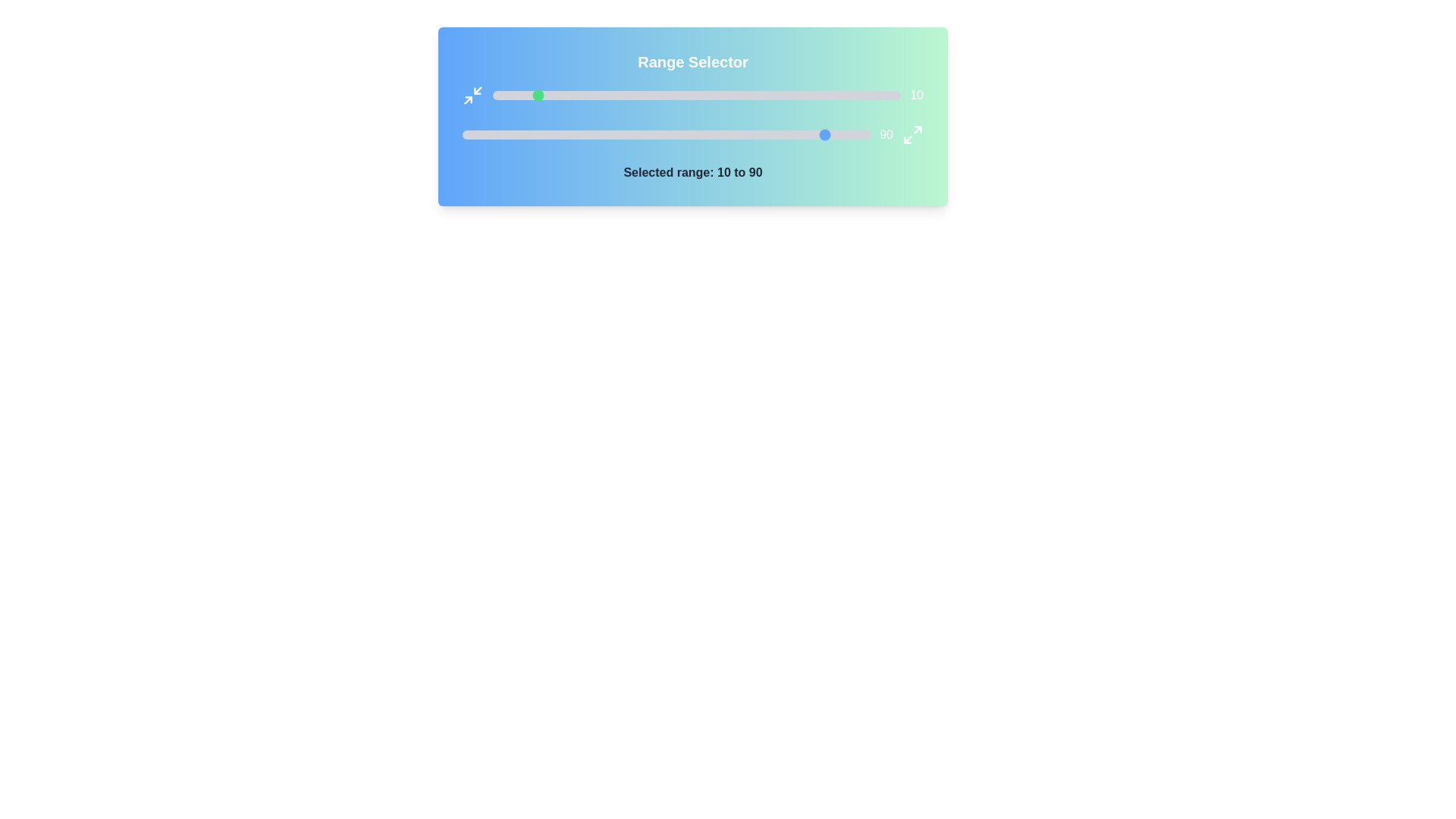 This screenshot has height=819, width=1456. What do you see at coordinates (482, 133) in the screenshot?
I see `the slider value` at bounding box center [482, 133].